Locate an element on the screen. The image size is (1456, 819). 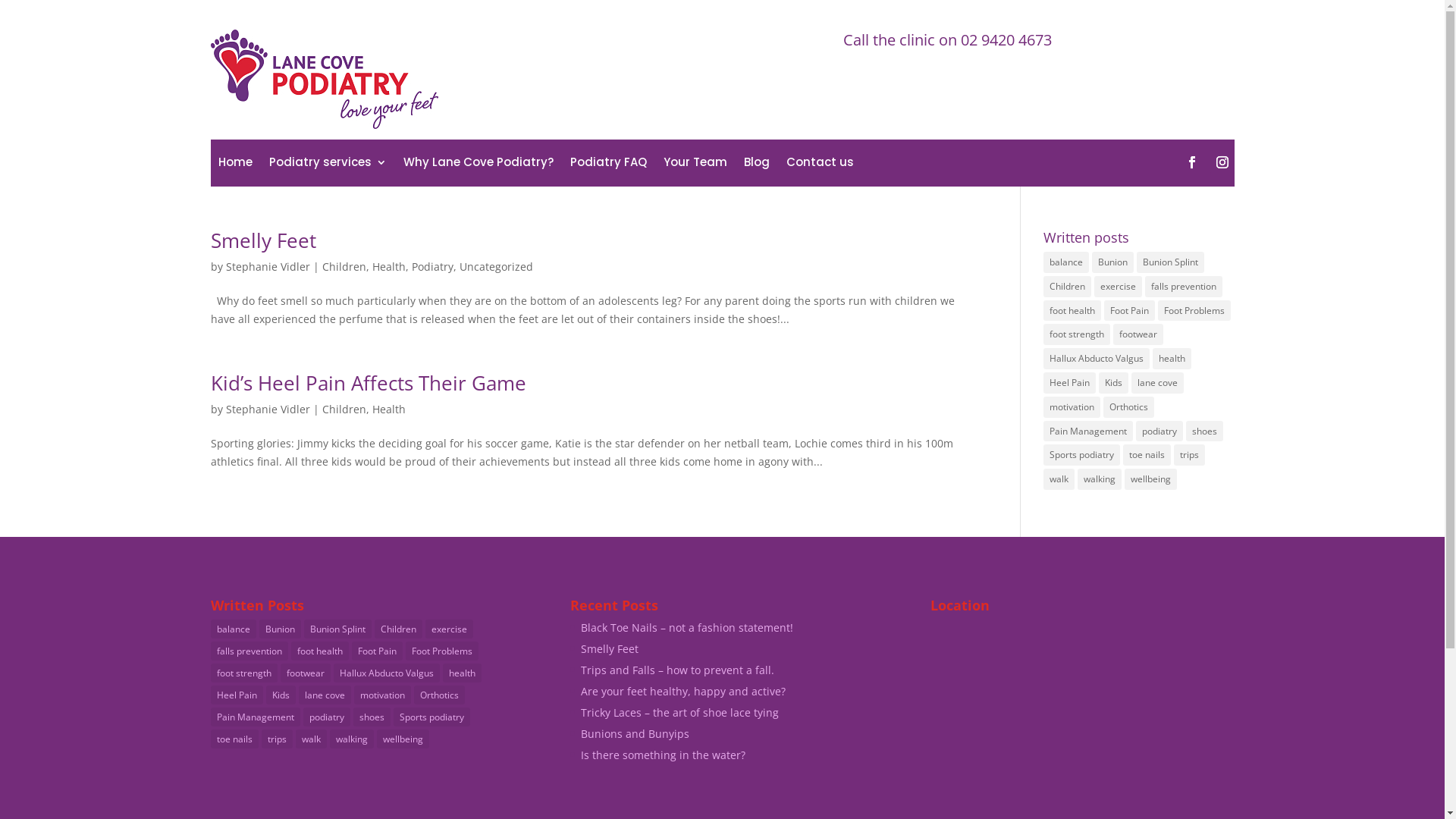
'Your Team' is located at coordinates (662, 165).